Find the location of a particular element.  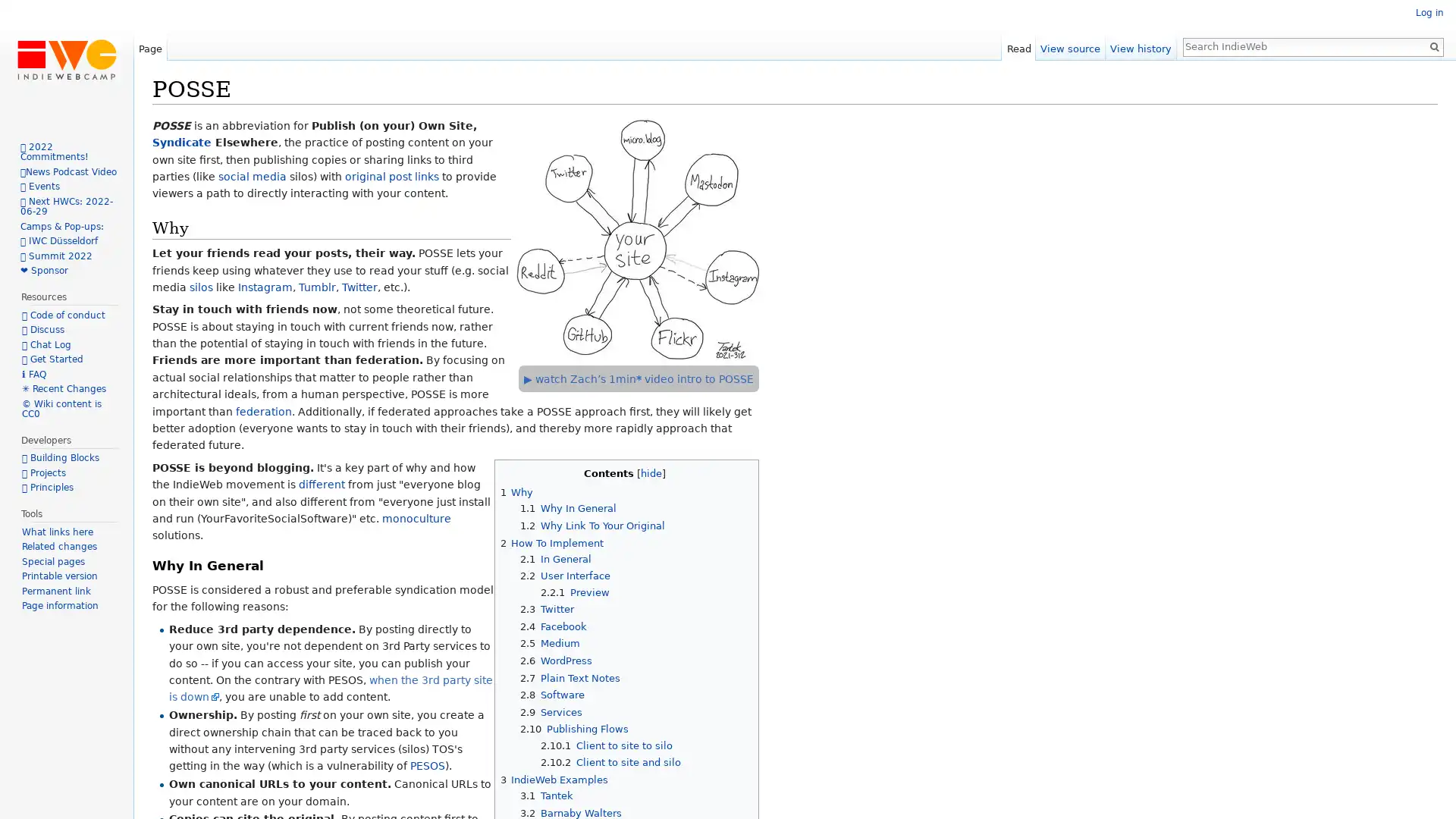

Go is located at coordinates (1433, 45).